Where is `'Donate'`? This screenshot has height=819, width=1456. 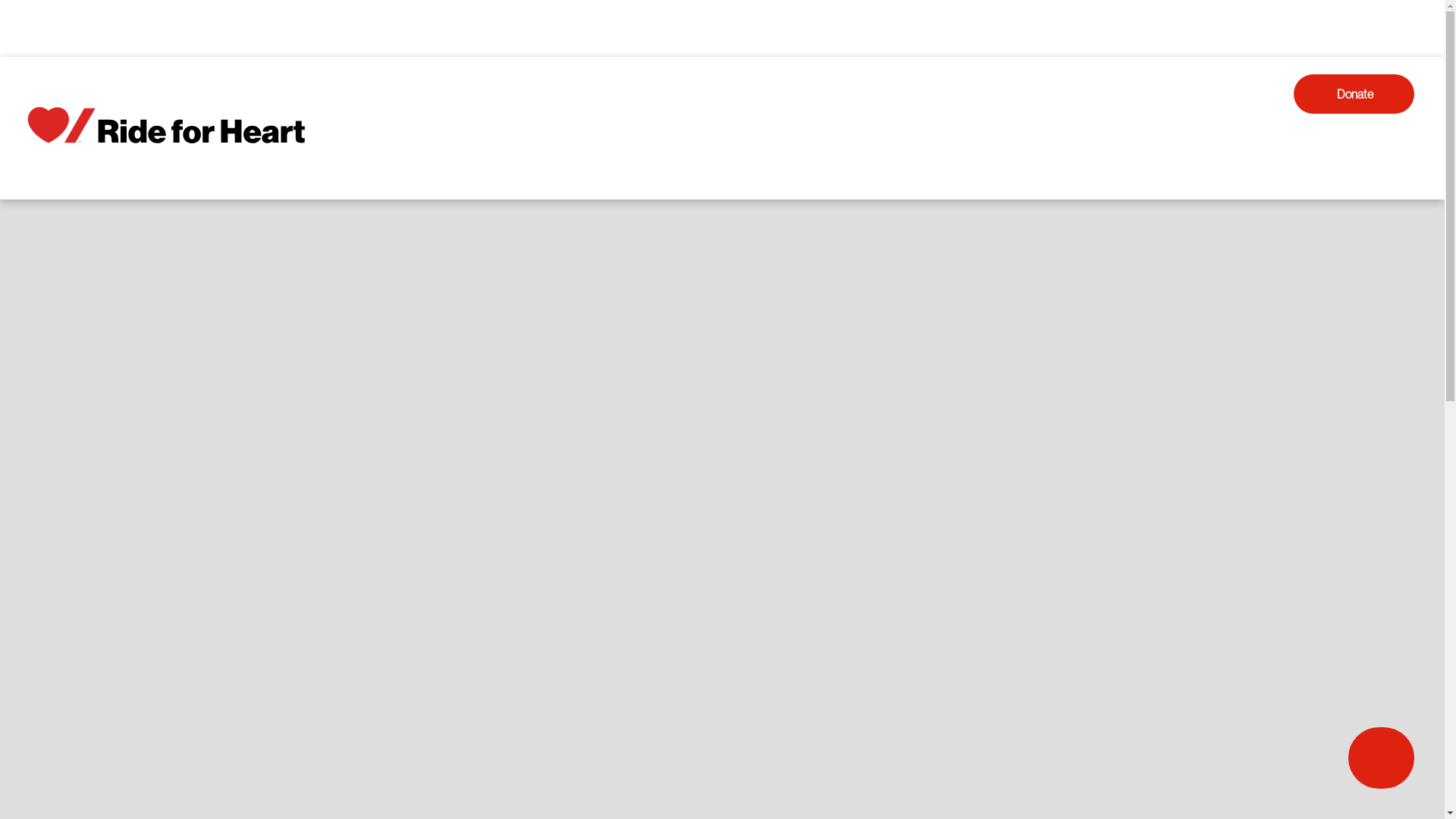 'Donate' is located at coordinates (1354, 93).